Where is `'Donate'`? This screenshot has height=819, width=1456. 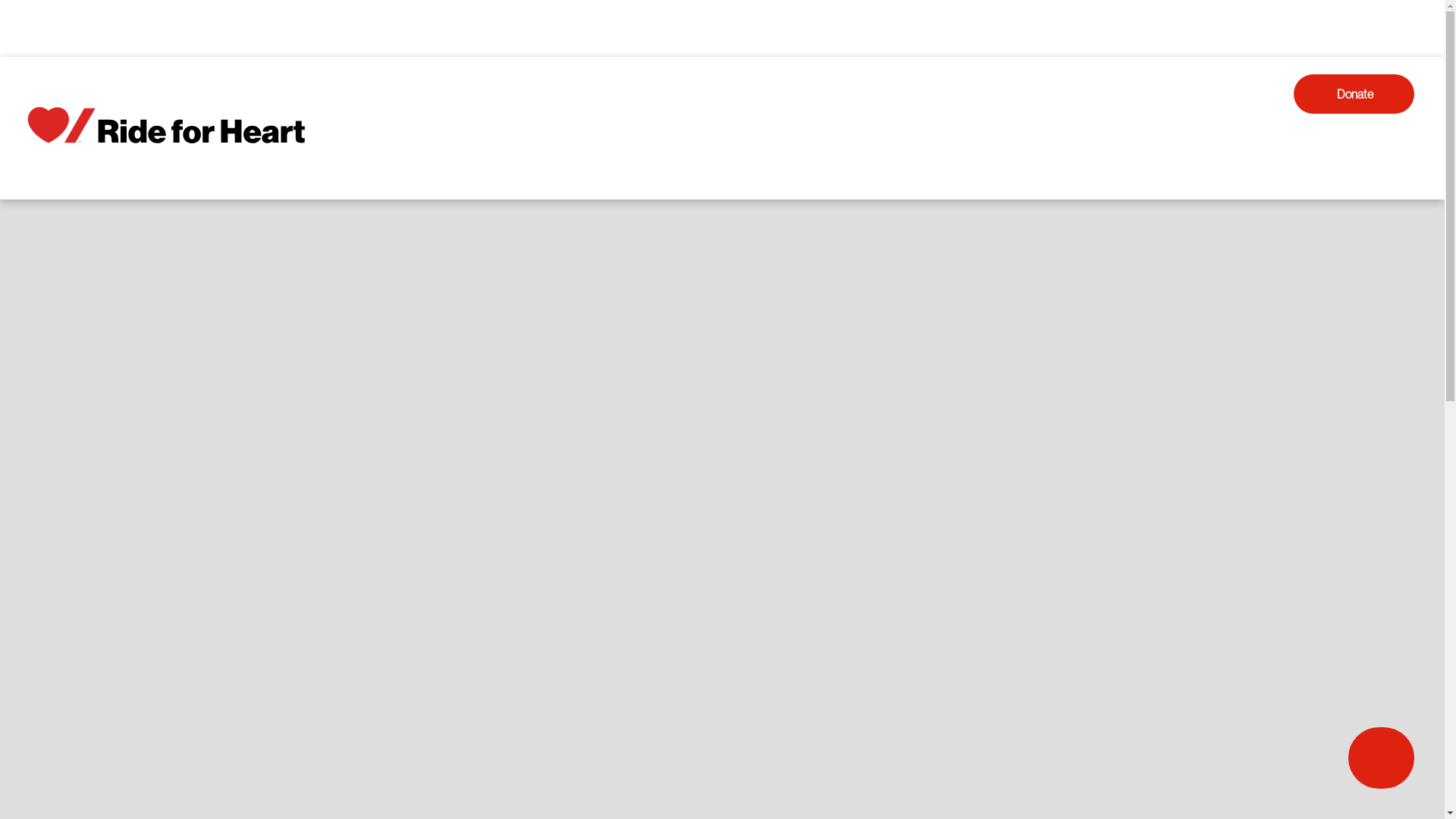 'Donate' is located at coordinates (1354, 93).